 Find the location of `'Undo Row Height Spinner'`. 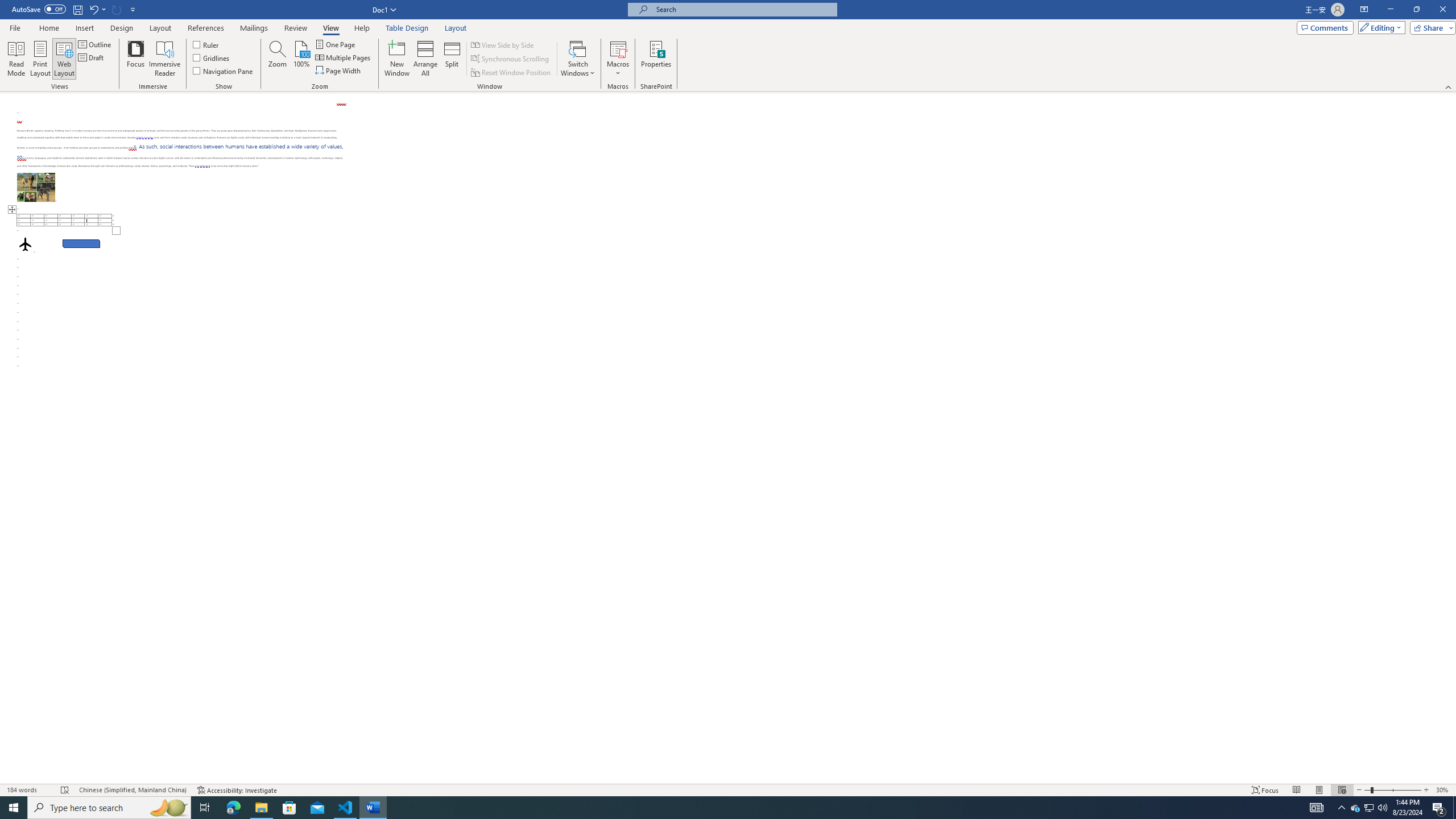

'Undo Row Height Spinner' is located at coordinates (93, 9).